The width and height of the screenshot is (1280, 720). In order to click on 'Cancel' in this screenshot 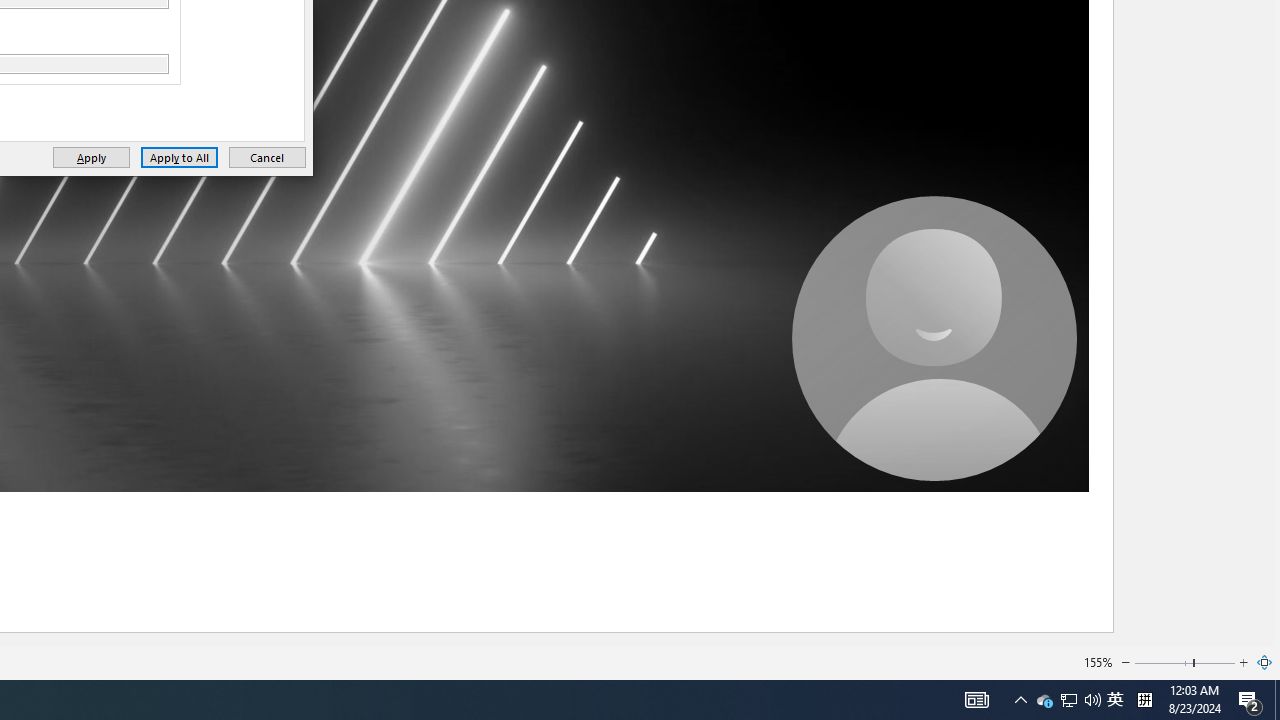, I will do `click(266, 156)`.